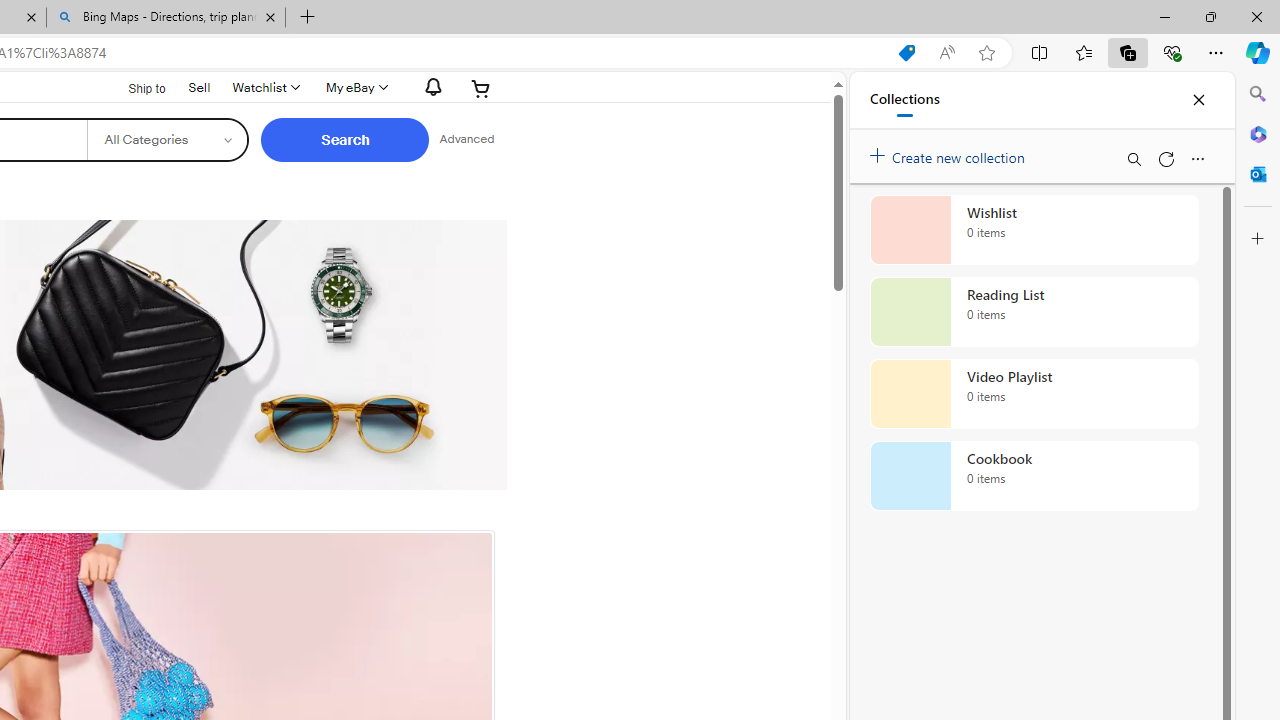  I want to click on 'Reading List collection, 0 items', so click(1034, 312).